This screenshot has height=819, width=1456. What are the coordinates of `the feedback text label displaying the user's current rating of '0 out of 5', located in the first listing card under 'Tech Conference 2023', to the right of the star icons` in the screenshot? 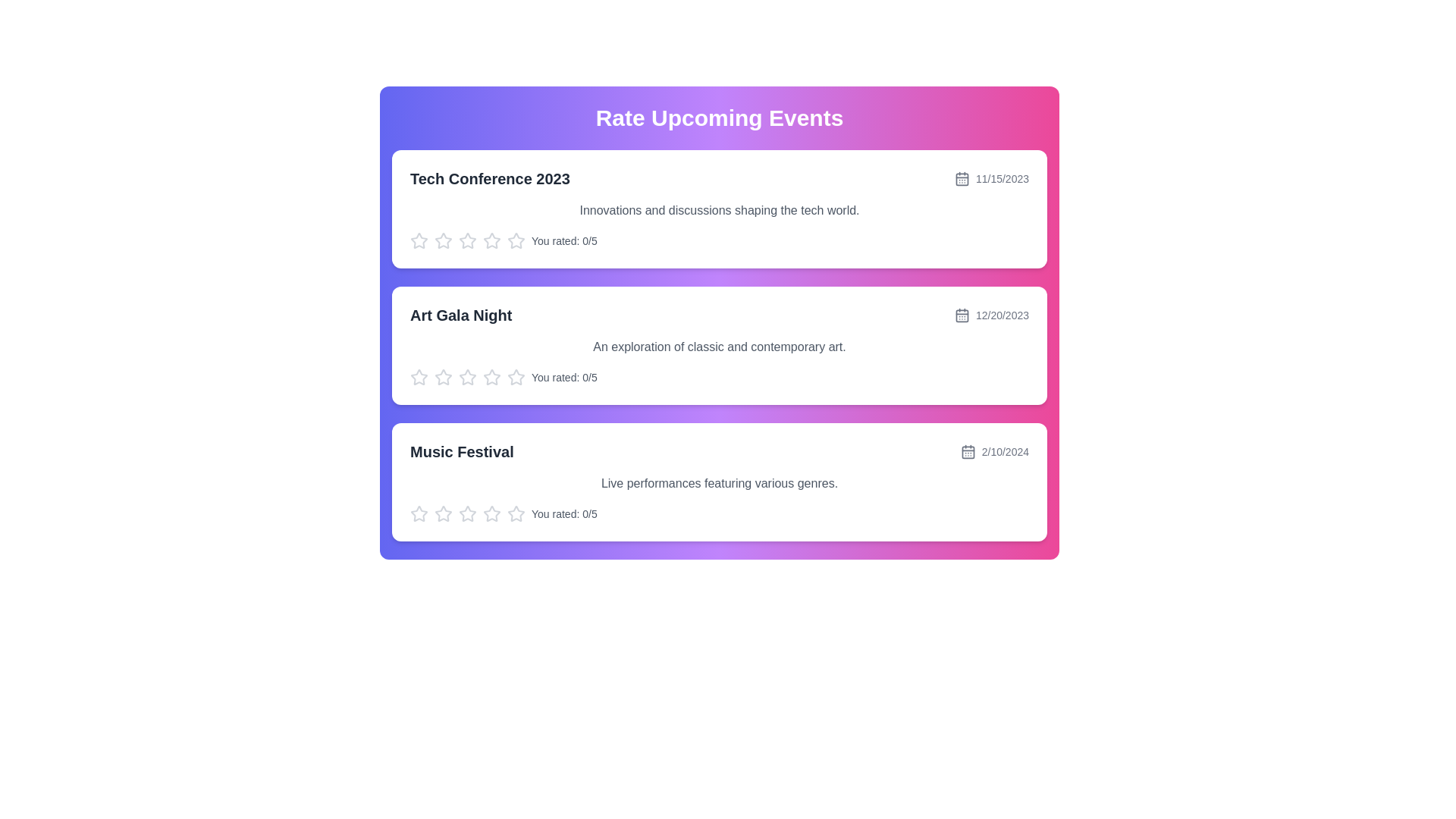 It's located at (563, 240).